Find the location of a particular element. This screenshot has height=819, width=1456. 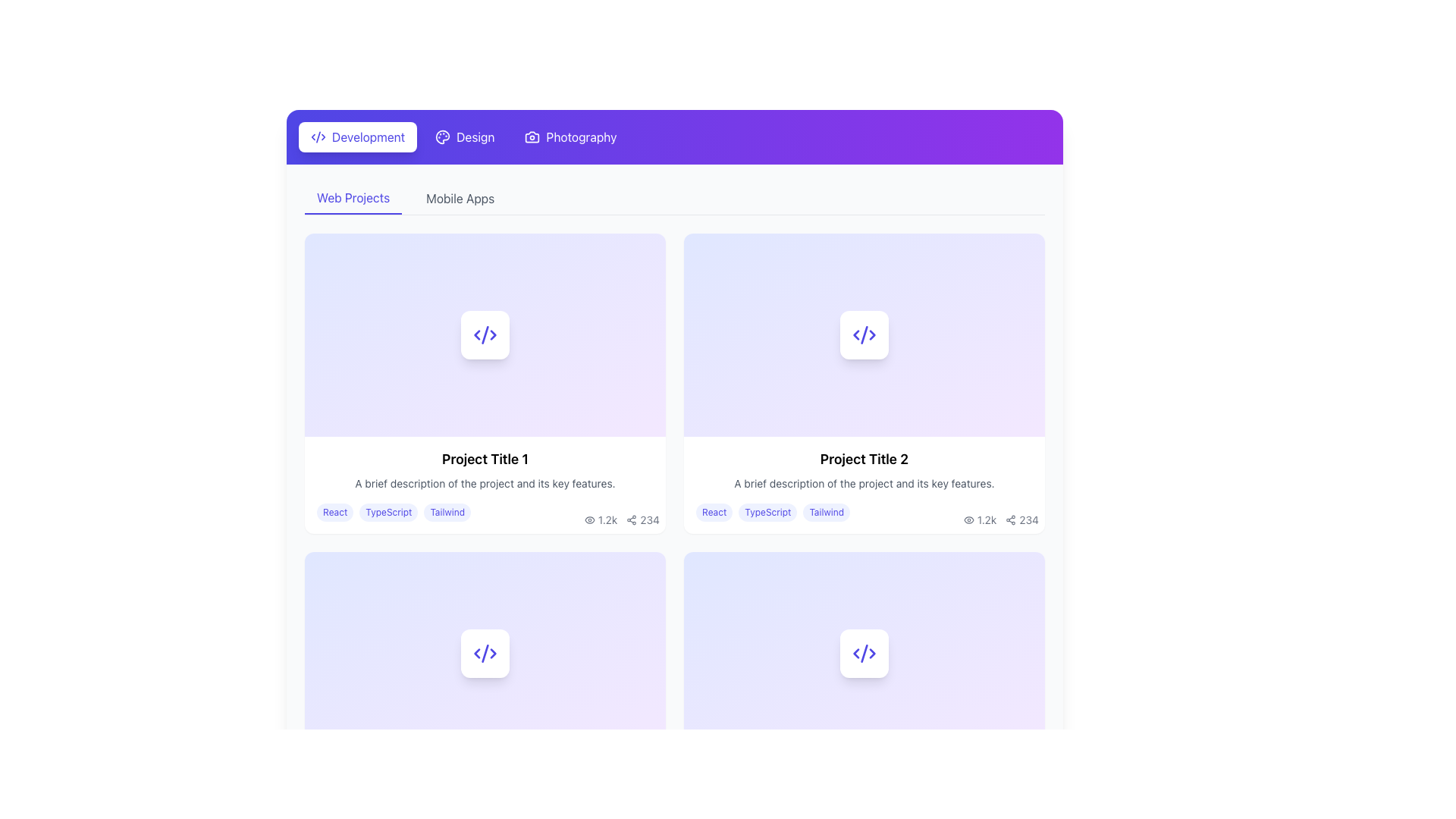

the favorite icon button located in the top-right corner of the second project card is located at coordinates (1026, 250).